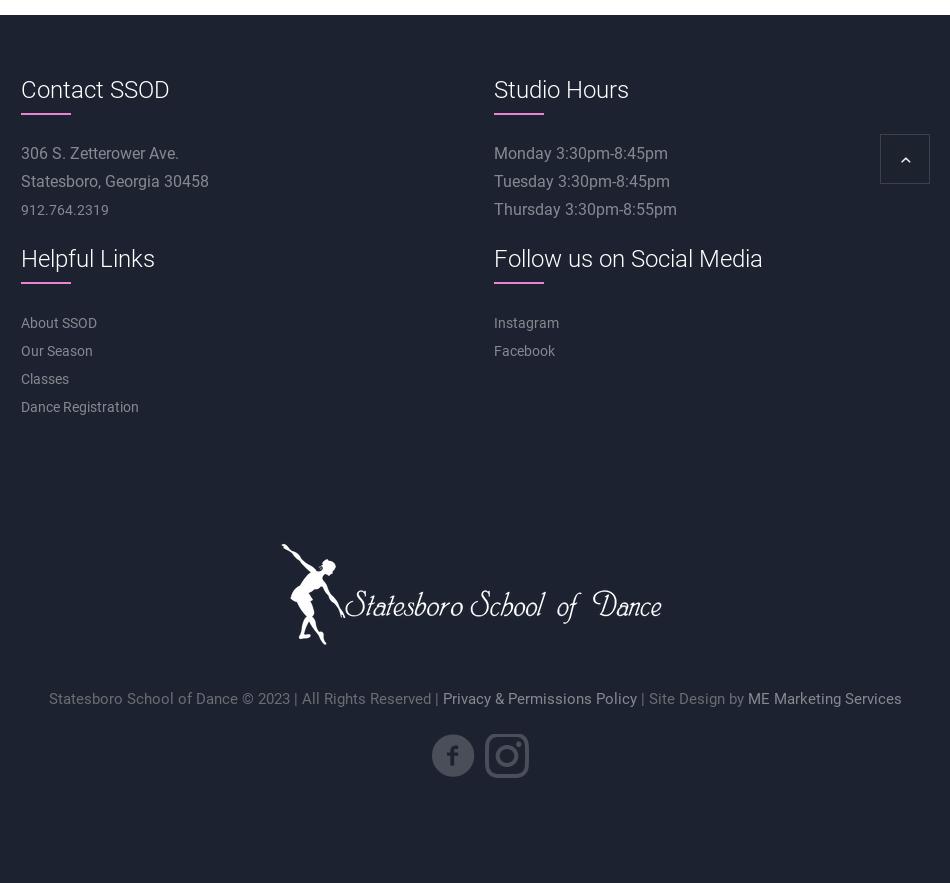 The width and height of the screenshot is (950, 883). What do you see at coordinates (98, 153) in the screenshot?
I see `'306 S. Zetterower Ave.'` at bounding box center [98, 153].